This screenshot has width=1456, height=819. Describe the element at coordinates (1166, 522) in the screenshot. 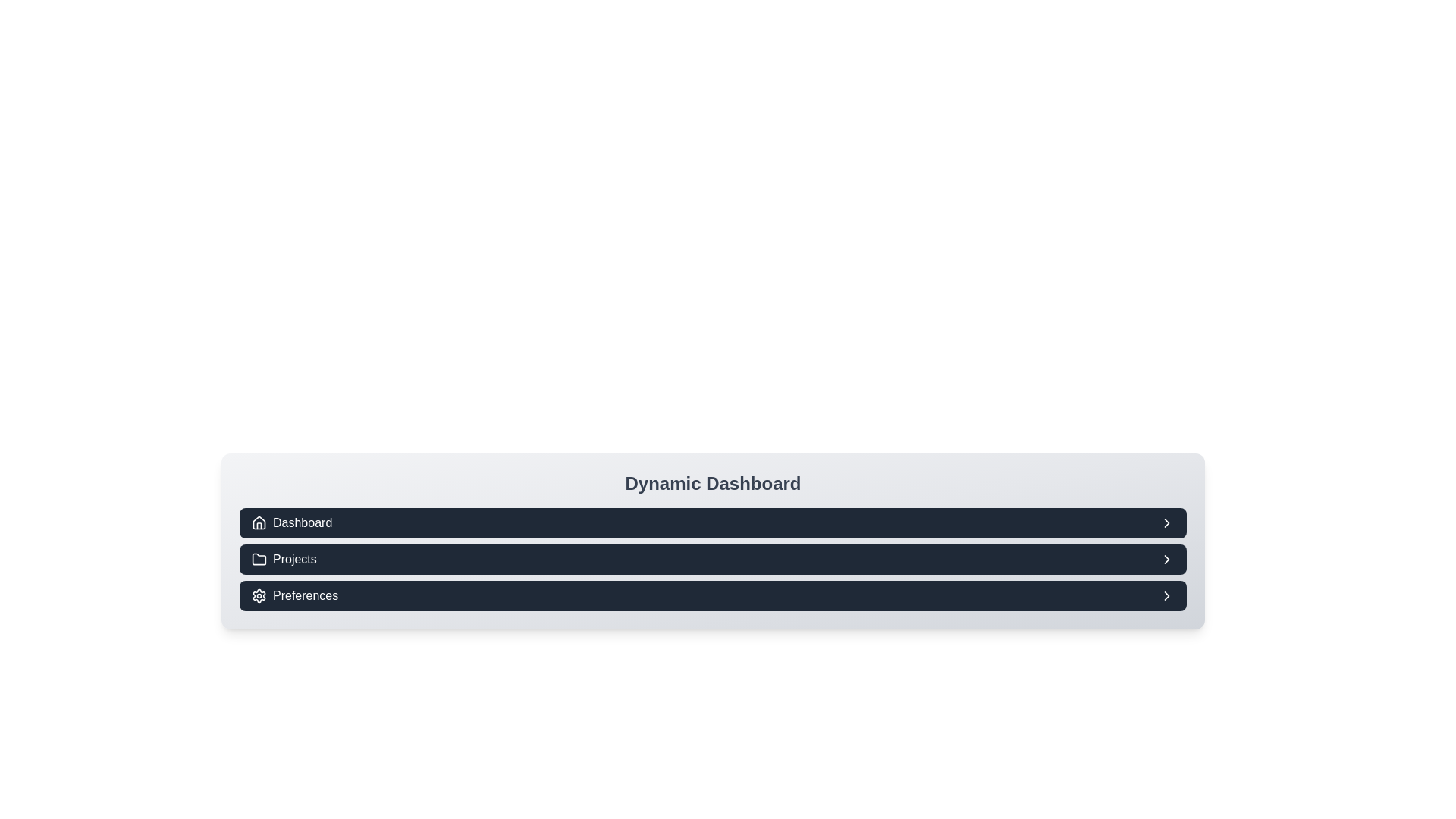

I see `the chevron icon on the far-right side of the 'Dashboard' row in the navigation menu` at that location.